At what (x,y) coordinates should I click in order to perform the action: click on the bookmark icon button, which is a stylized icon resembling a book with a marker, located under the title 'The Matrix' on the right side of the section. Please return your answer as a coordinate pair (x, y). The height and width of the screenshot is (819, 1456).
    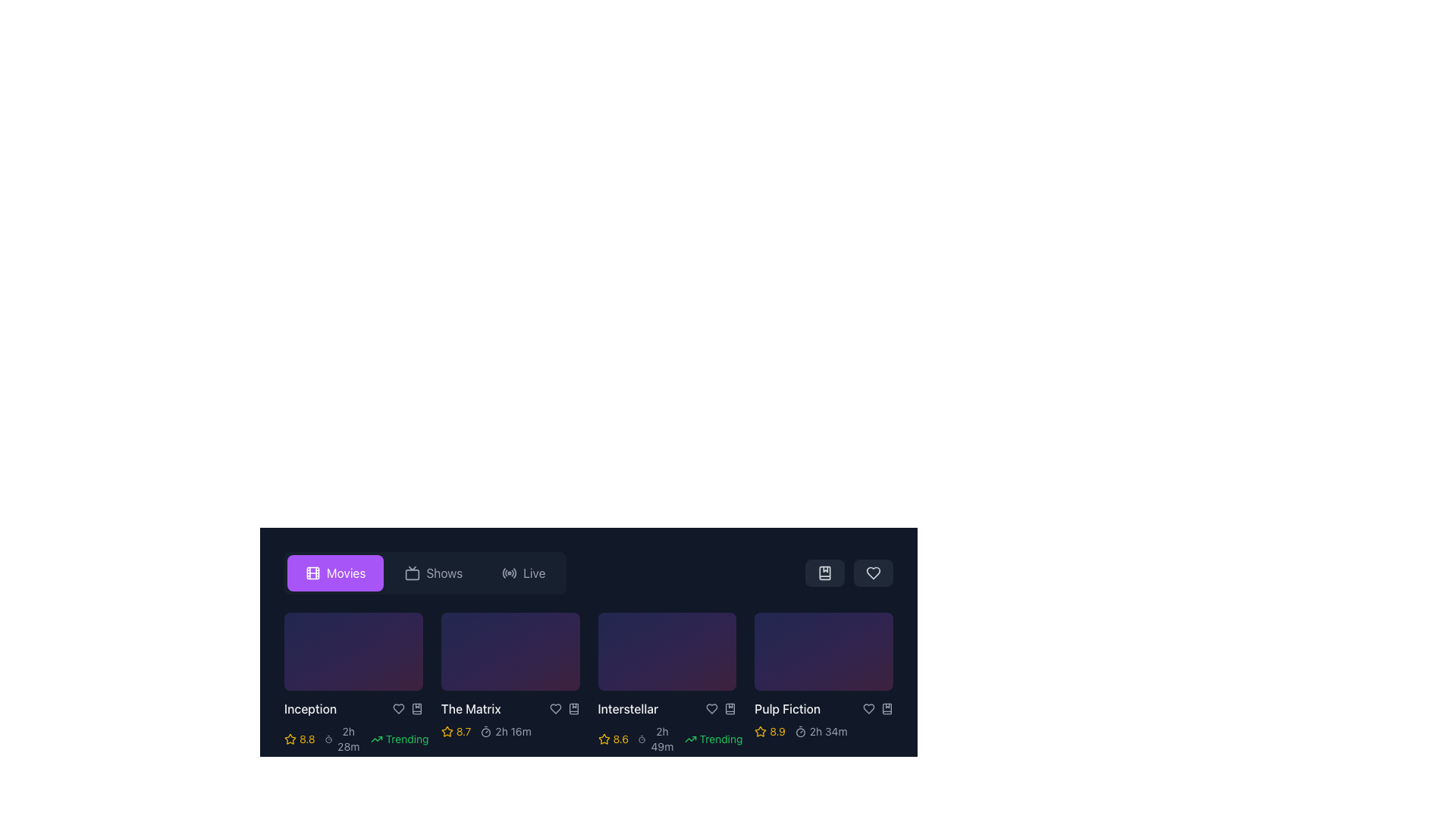
    Looking at the image, I should click on (573, 708).